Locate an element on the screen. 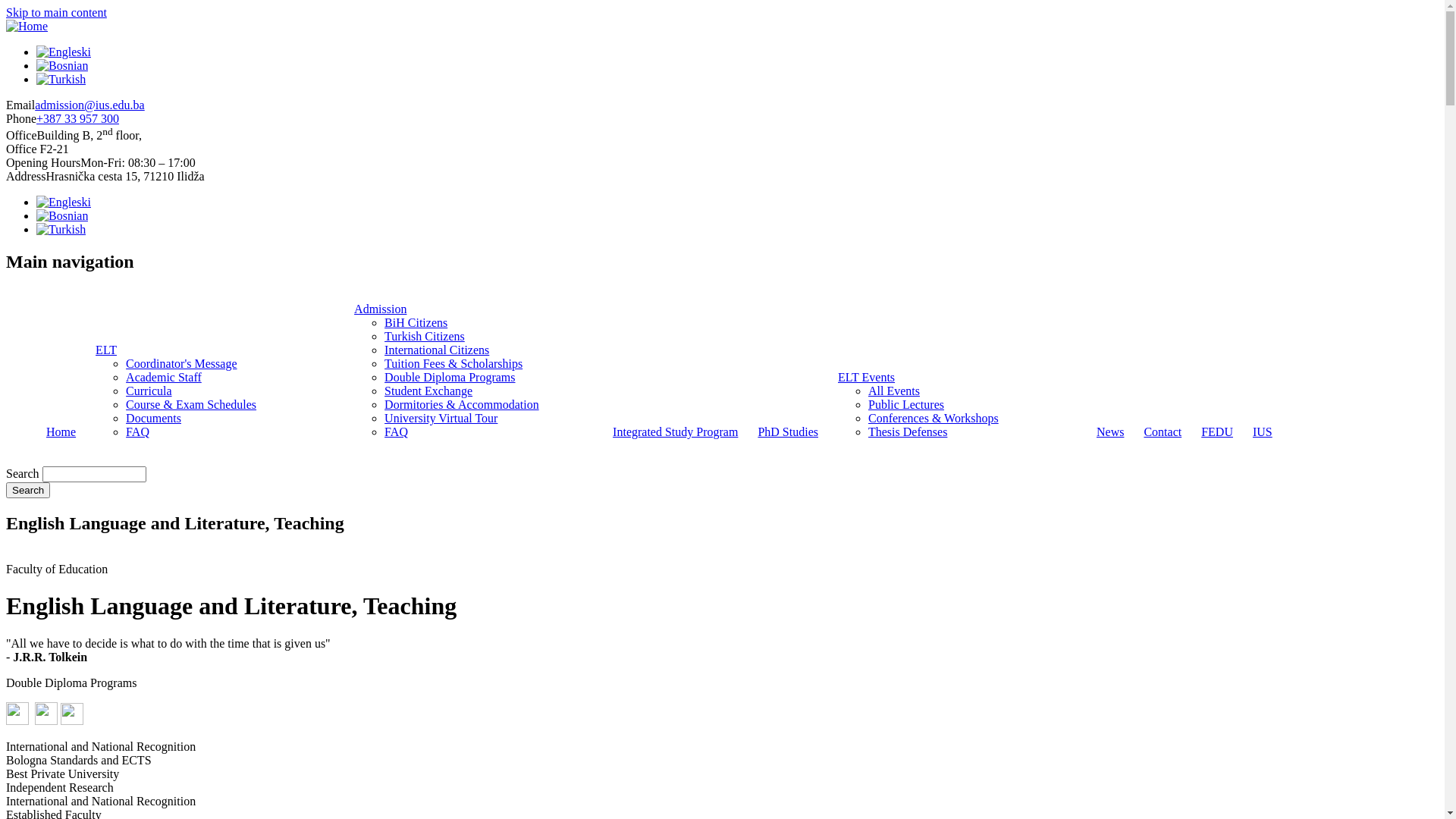  'Admission' is located at coordinates (380, 308).